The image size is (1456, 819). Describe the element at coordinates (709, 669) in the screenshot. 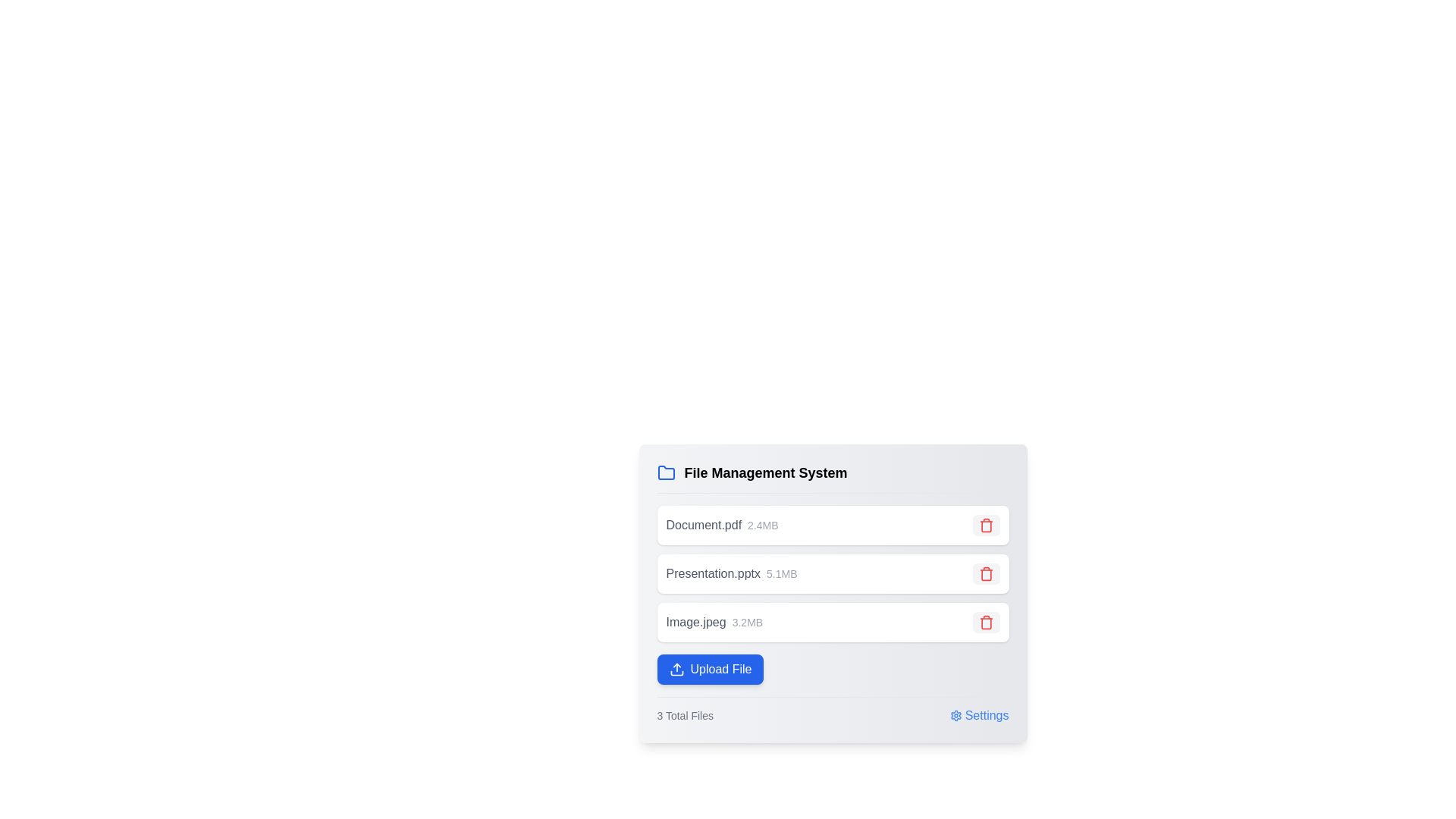

I see `the blue 'Upload File' button with rounded corners and an upload icon to initiate the file upload process` at that location.